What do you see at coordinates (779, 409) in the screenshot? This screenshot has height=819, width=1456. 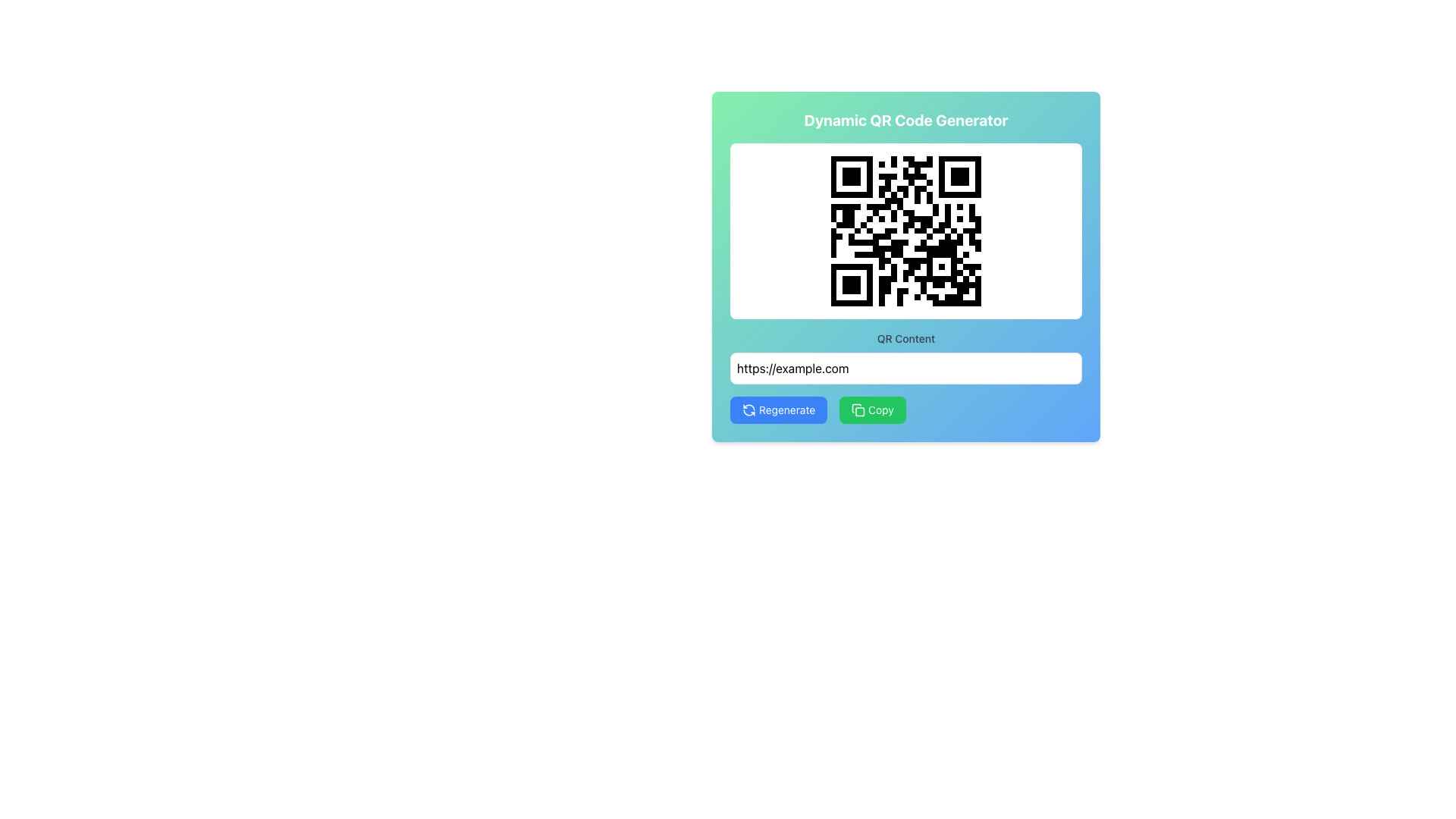 I see `the 'Regenerate' button with a blue background and white text` at bounding box center [779, 409].